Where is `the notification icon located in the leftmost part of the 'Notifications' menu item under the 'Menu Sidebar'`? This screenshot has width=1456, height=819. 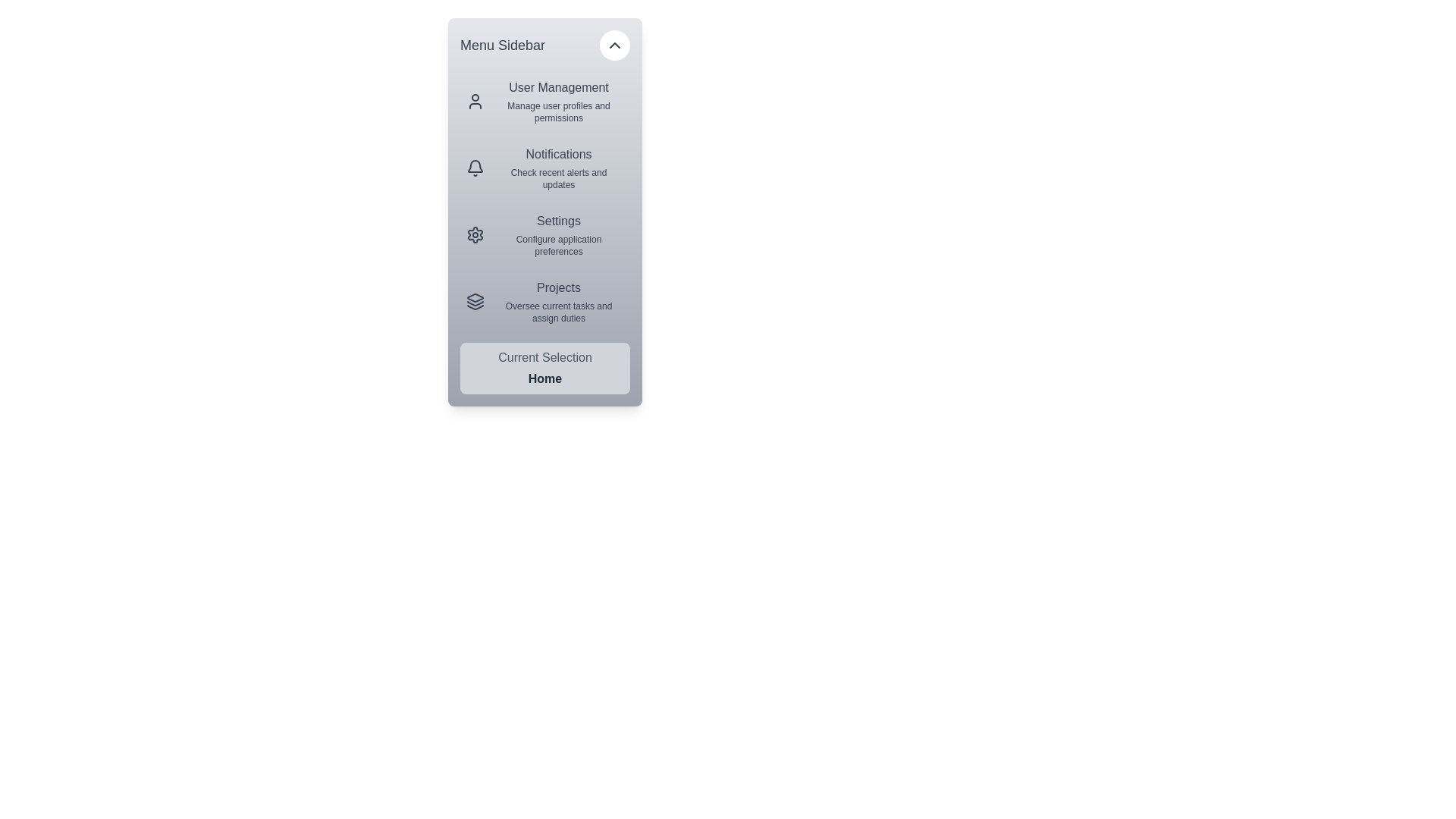 the notification icon located in the leftmost part of the 'Notifications' menu item under the 'Menu Sidebar' is located at coordinates (475, 168).